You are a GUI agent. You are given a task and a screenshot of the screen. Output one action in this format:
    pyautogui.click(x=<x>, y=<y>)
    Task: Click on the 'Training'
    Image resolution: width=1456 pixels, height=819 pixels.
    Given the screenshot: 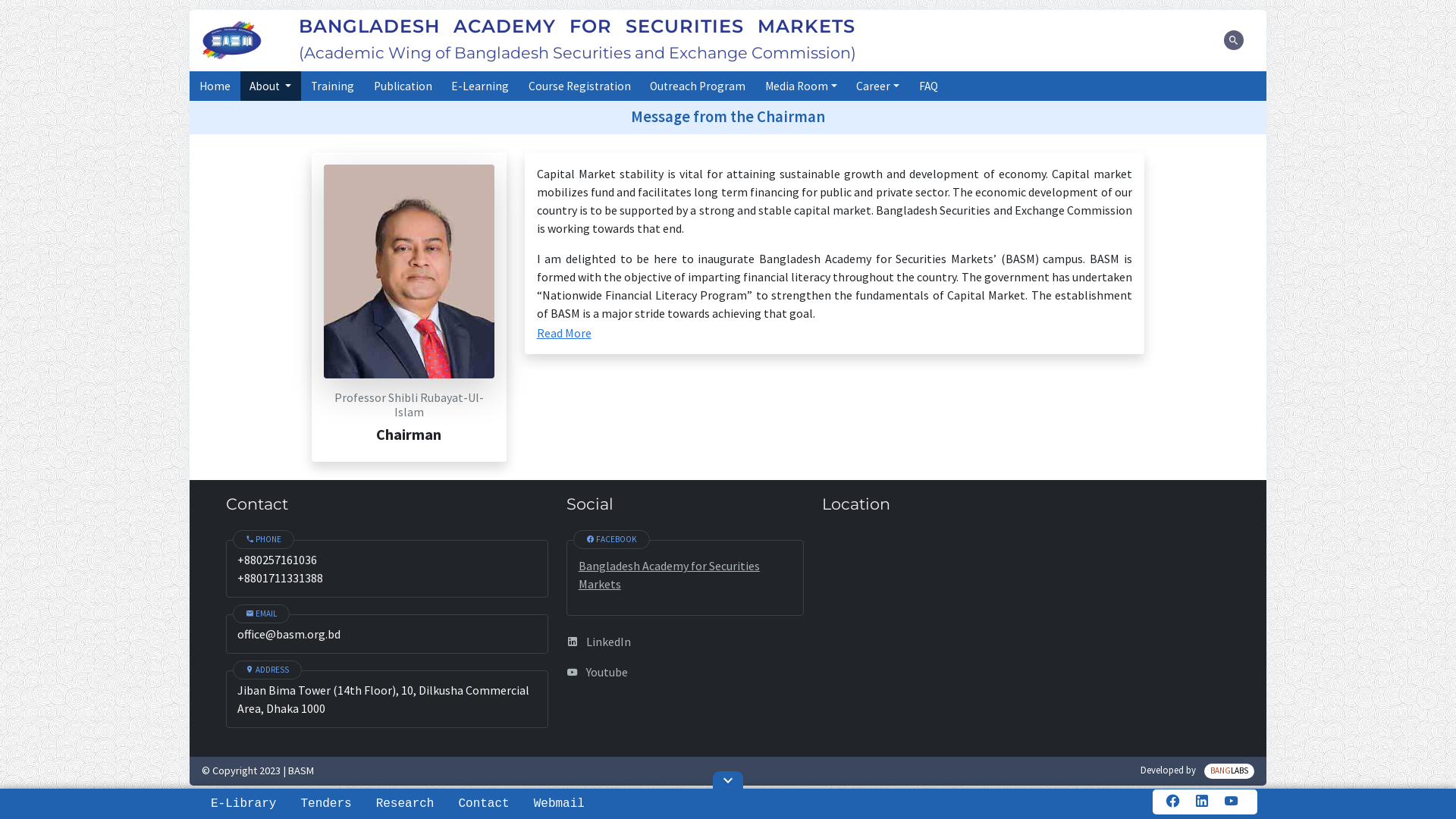 What is the action you would take?
    pyautogui.click(x=331, y=86)
    